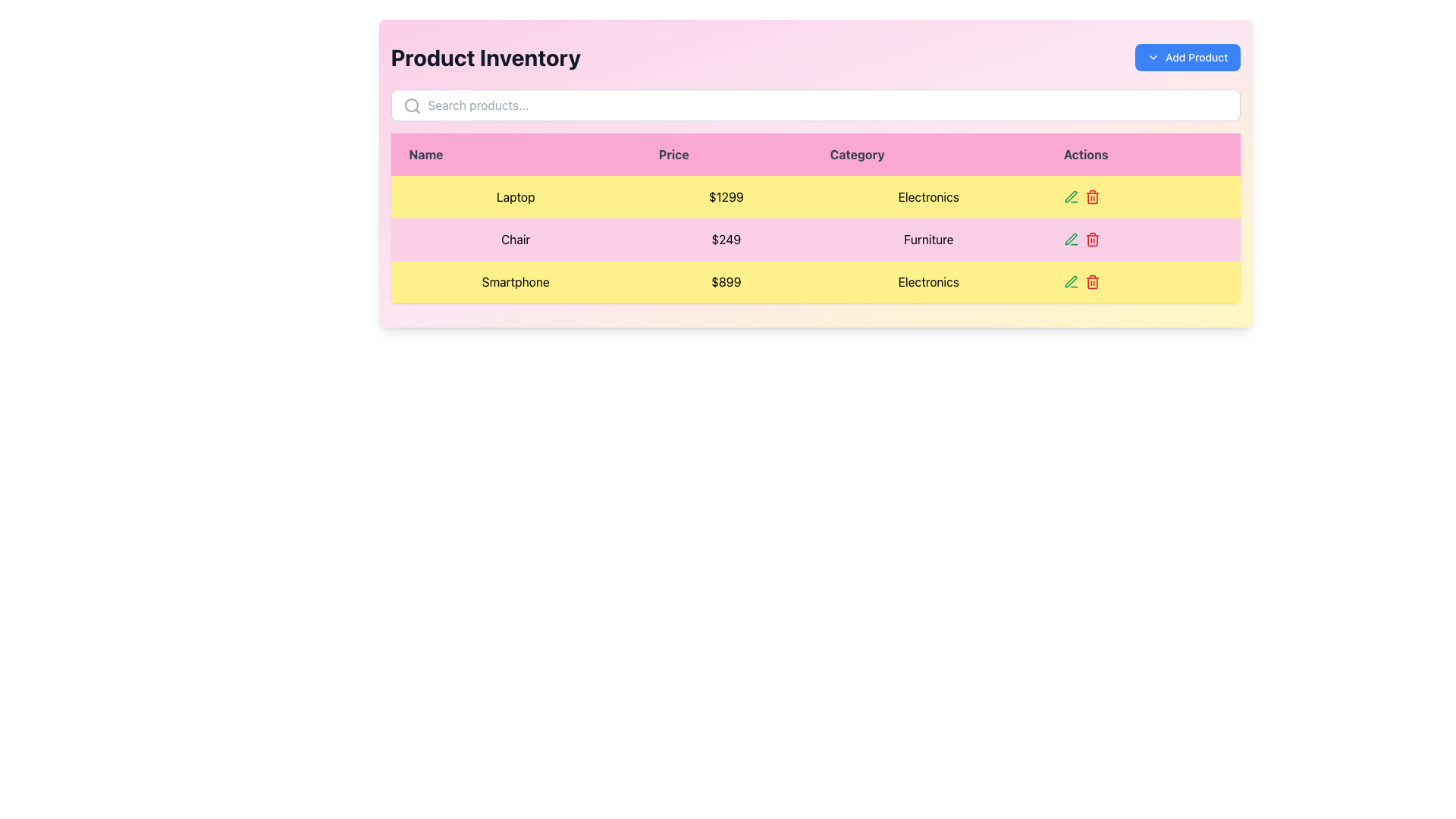 This screenshot has height=819, width=1456. Describe the element at coordinates (412, 105) in the screenshot. I see `the search icon located at the leftmost position within the search input field, immediately to the left of the input text placeholder 'Search products...'` at that location.